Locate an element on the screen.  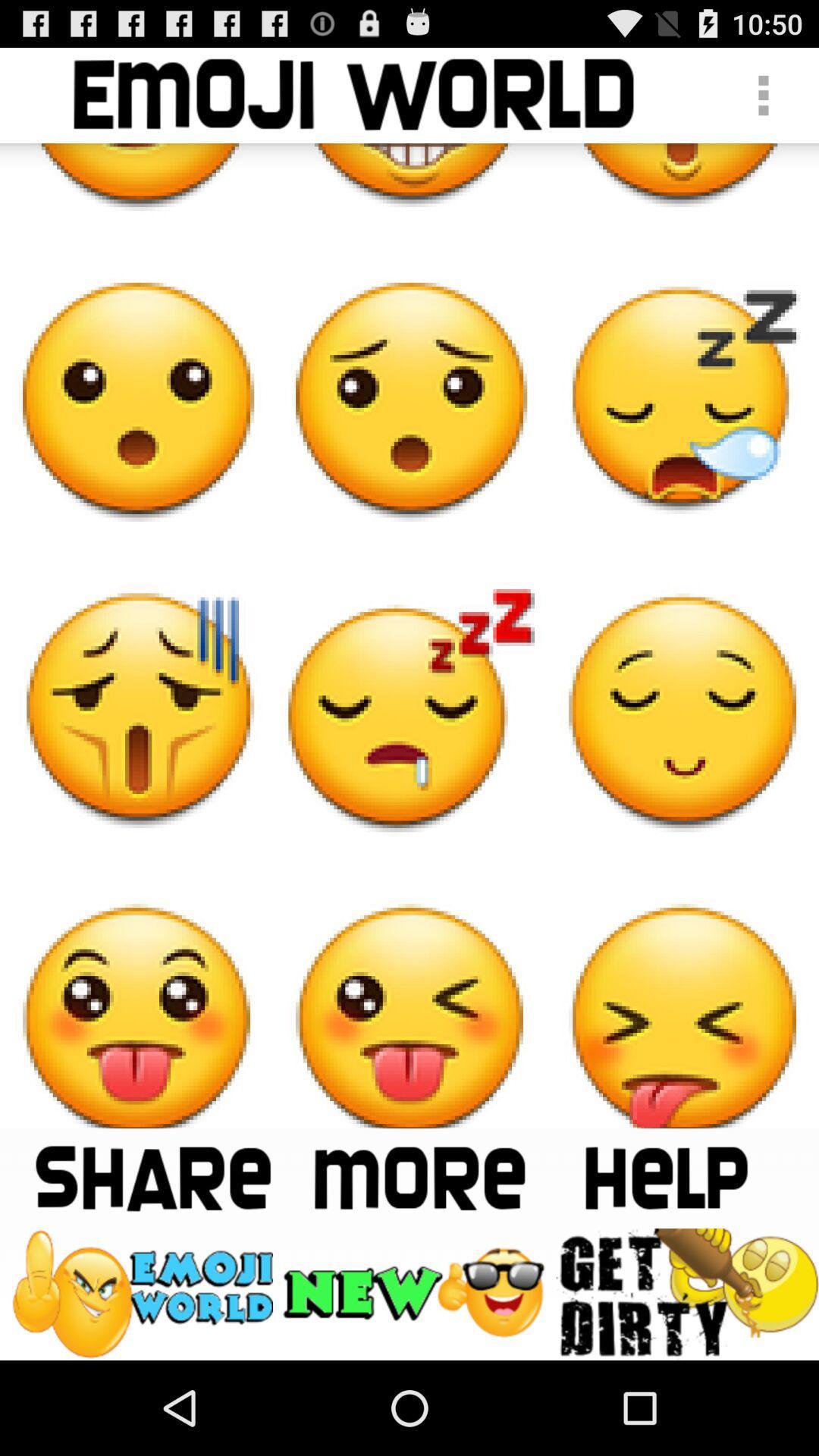
see more emoji is located at coordinates (419, 1177).